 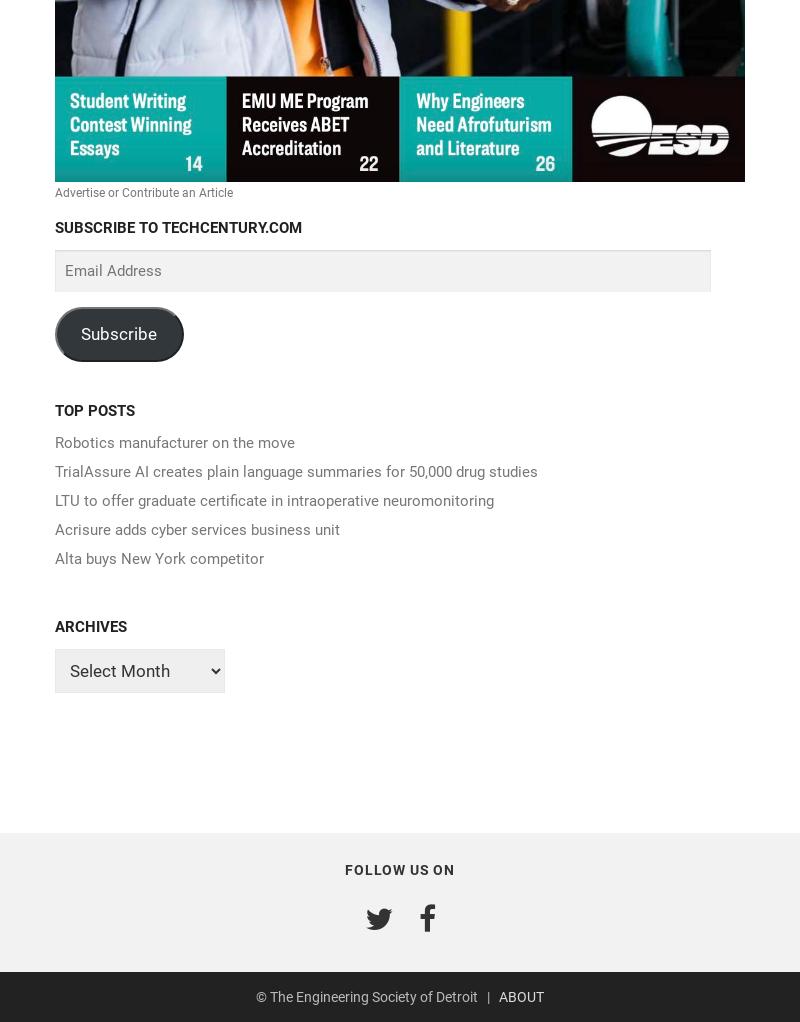 What do you see at coordinates (174, 441) in the screenshot?
I see `'Robotics manufacturer on the move'` at bounding box center [174, 441].